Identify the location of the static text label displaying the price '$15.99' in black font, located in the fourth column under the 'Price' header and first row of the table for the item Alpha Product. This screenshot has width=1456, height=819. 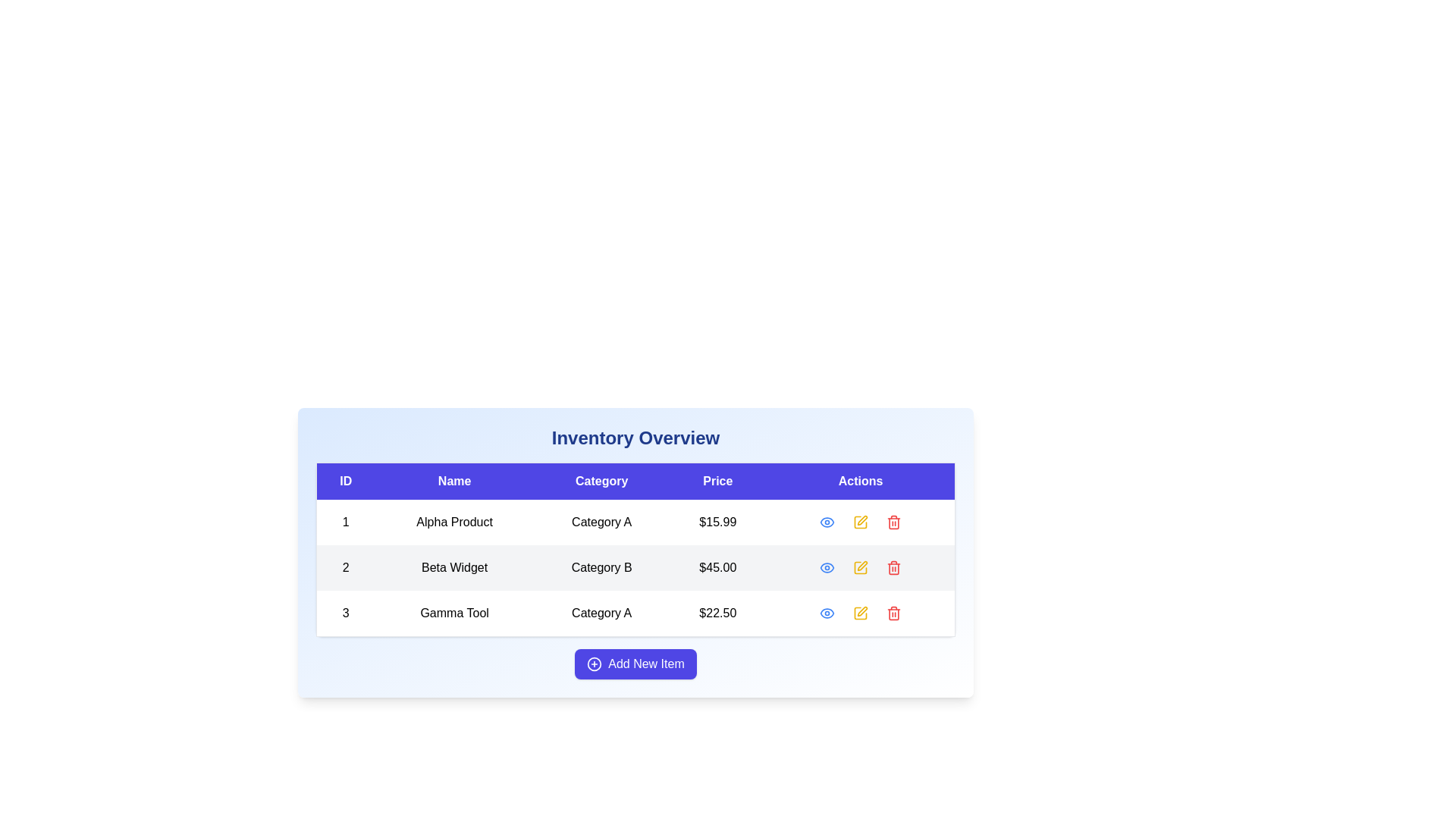
(717, 522).